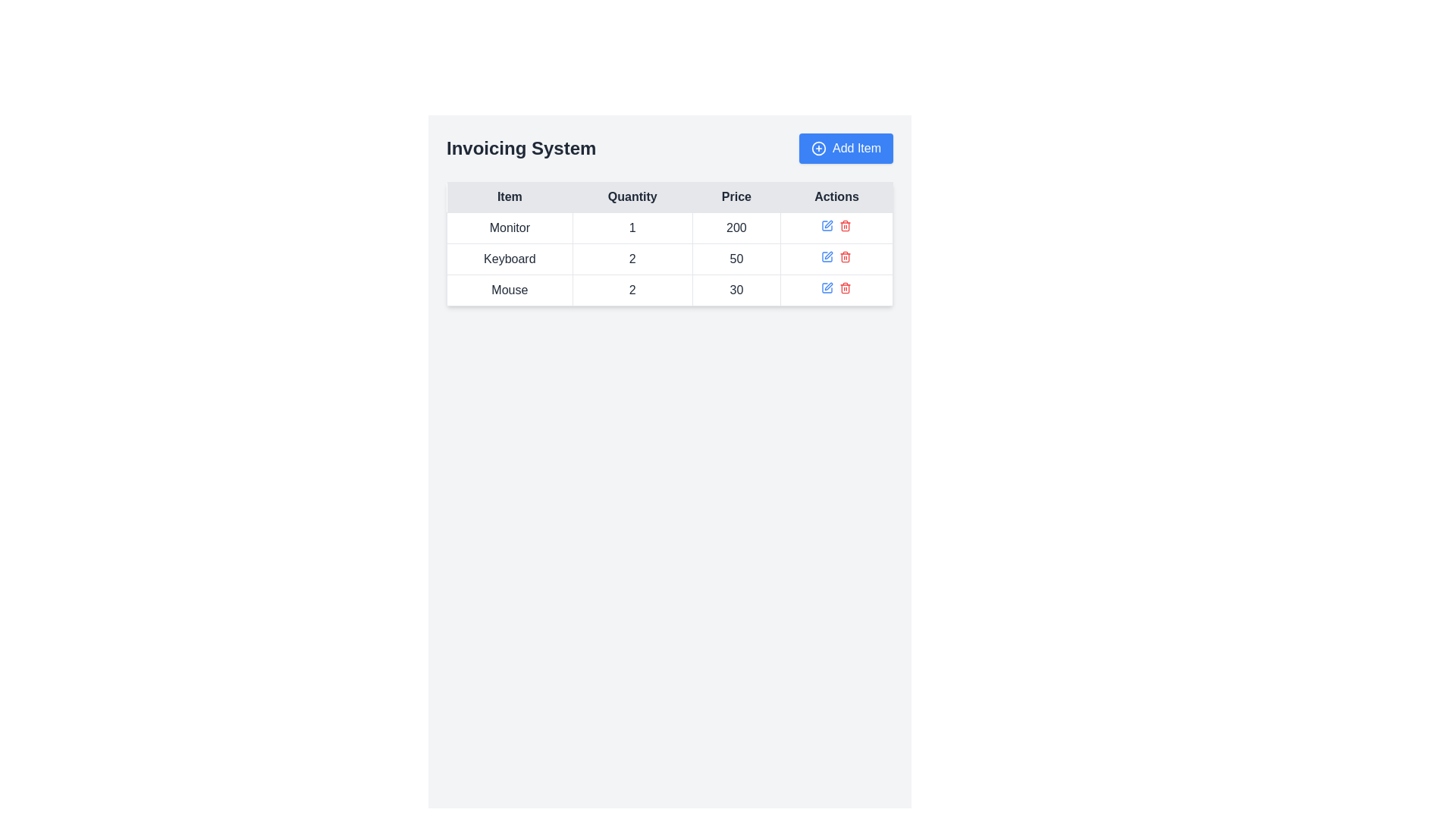 The height and width of the screenshot is (819, 1456). I want to click on the 'Edit' icon button located in the second column of the 'Actions' section of the second row in the table, so click(828, 224).